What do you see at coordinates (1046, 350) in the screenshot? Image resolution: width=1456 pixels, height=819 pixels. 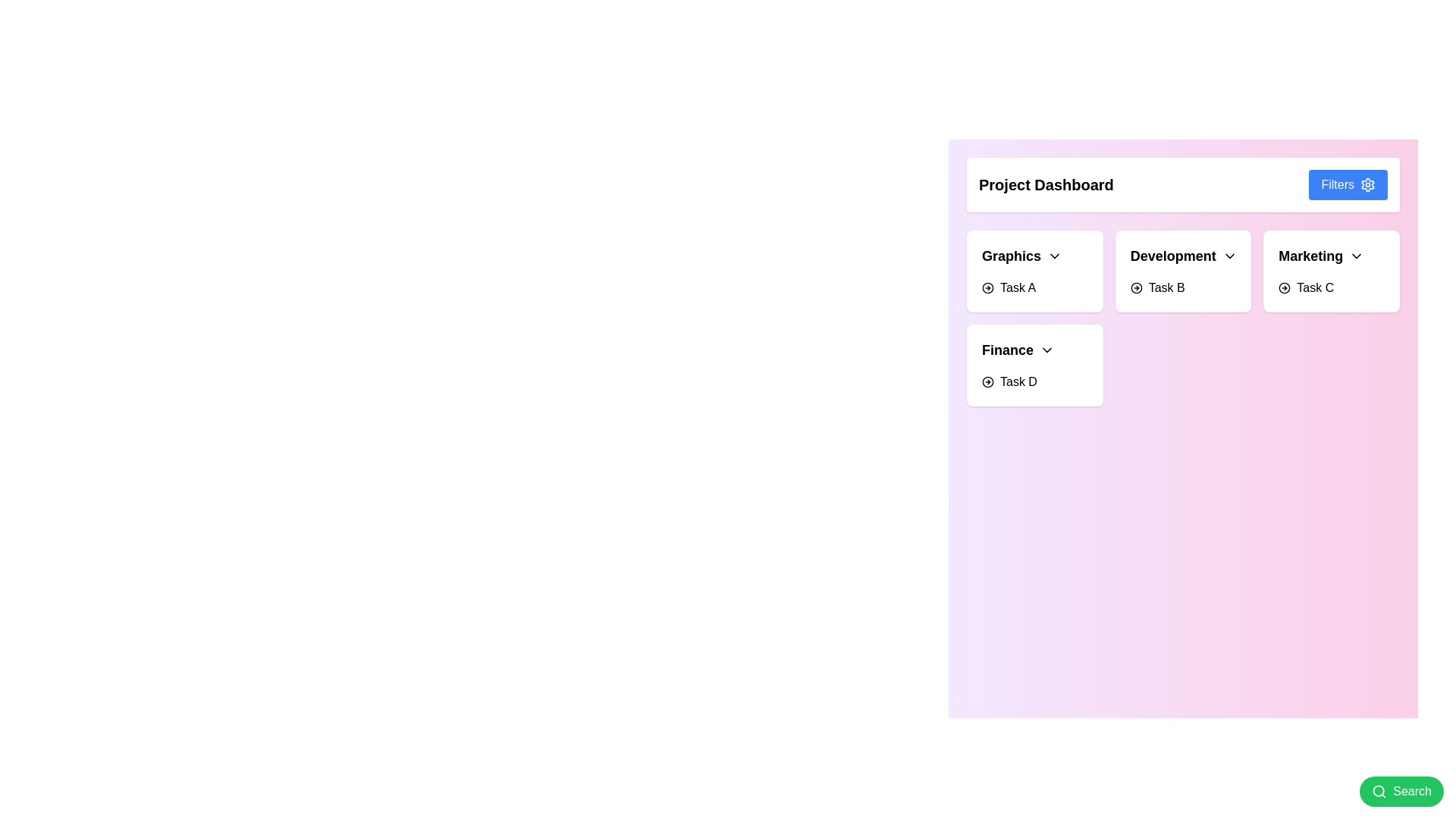 I see `the downward-pointing chevron icon located at the far-right end of the 'Finance' section title` at bounding box center [1046, 350].